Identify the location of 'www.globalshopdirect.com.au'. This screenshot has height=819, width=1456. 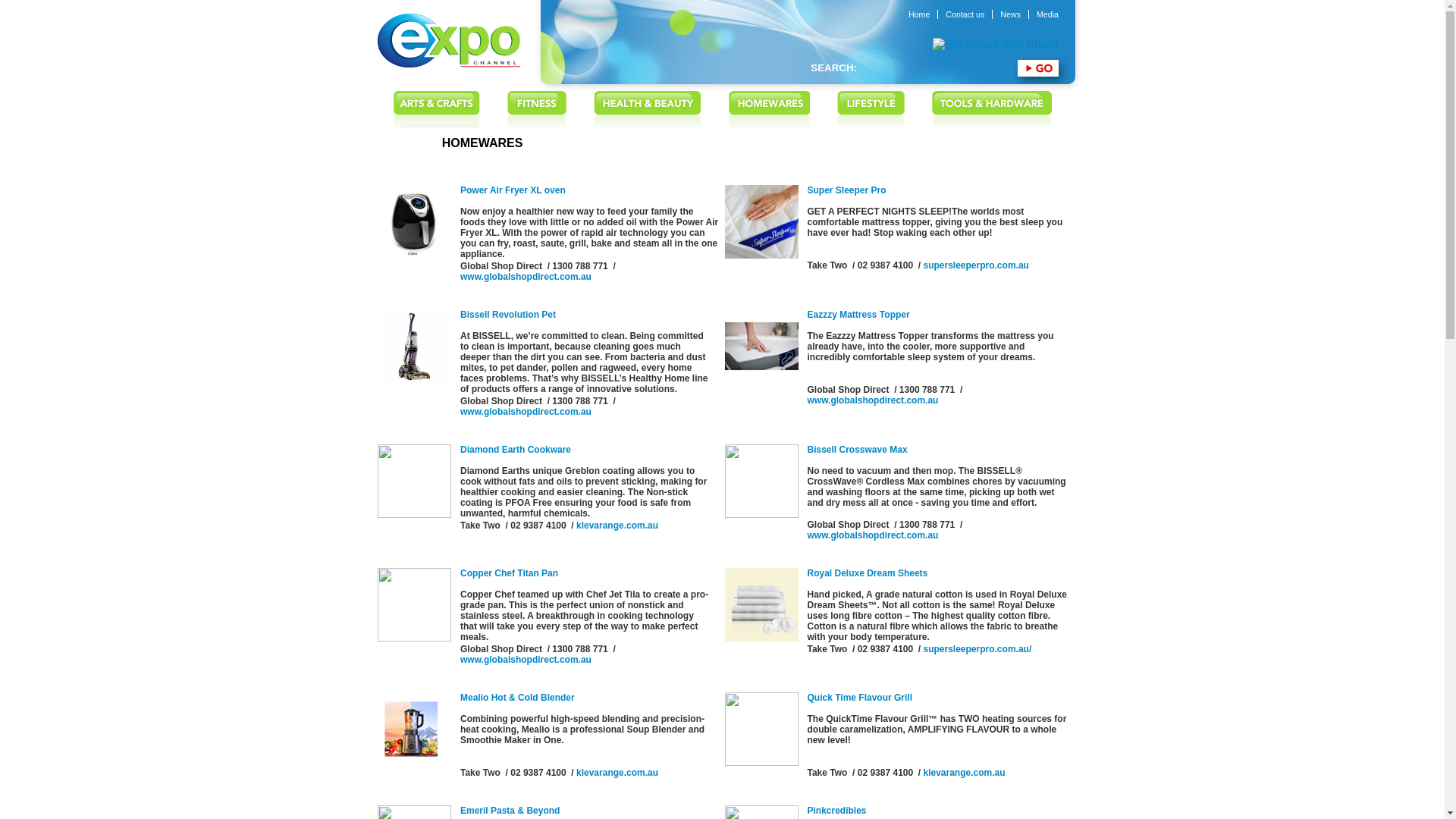
(526, 277).